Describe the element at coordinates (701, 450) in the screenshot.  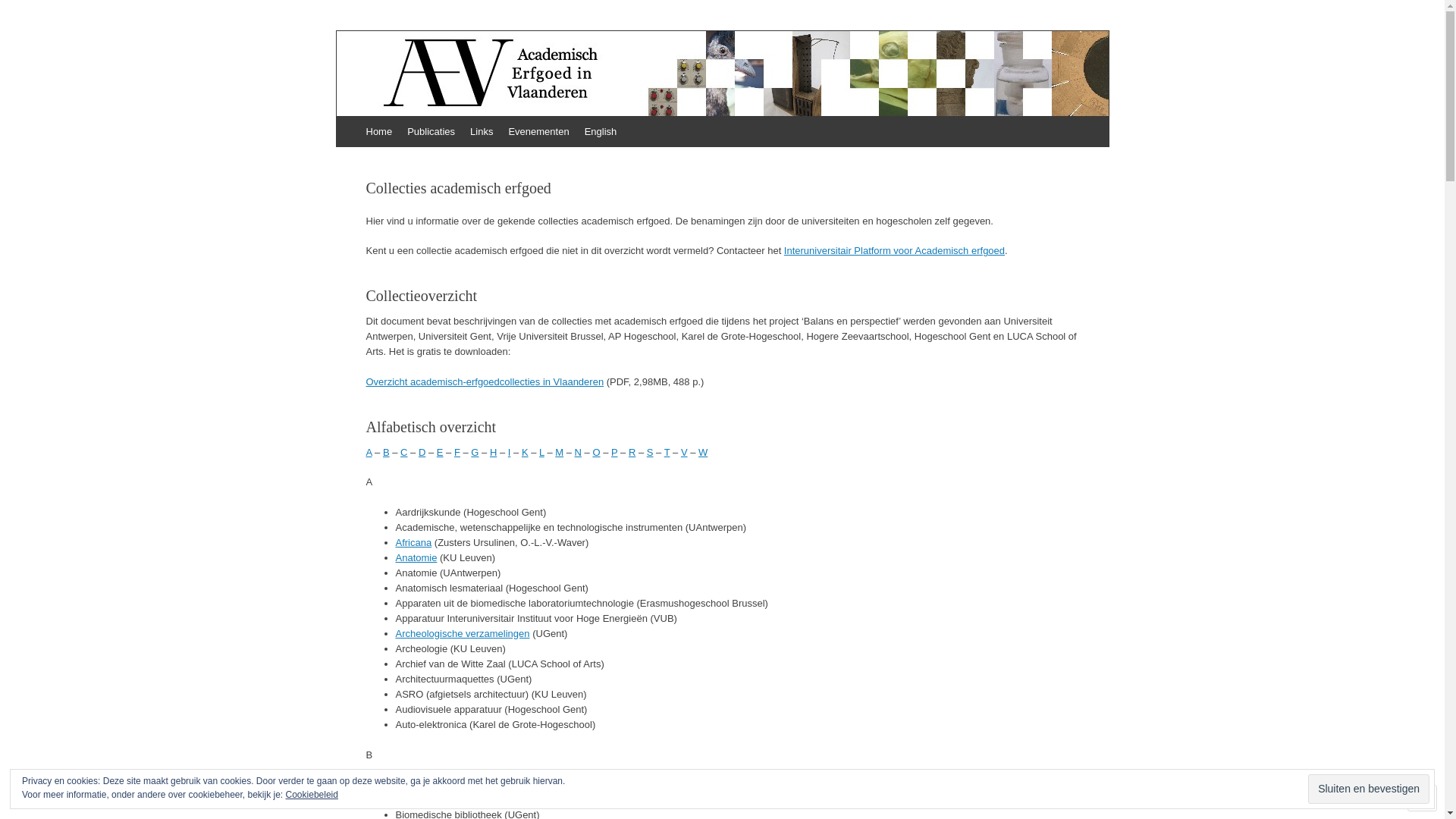
I see `'W'` at that location.